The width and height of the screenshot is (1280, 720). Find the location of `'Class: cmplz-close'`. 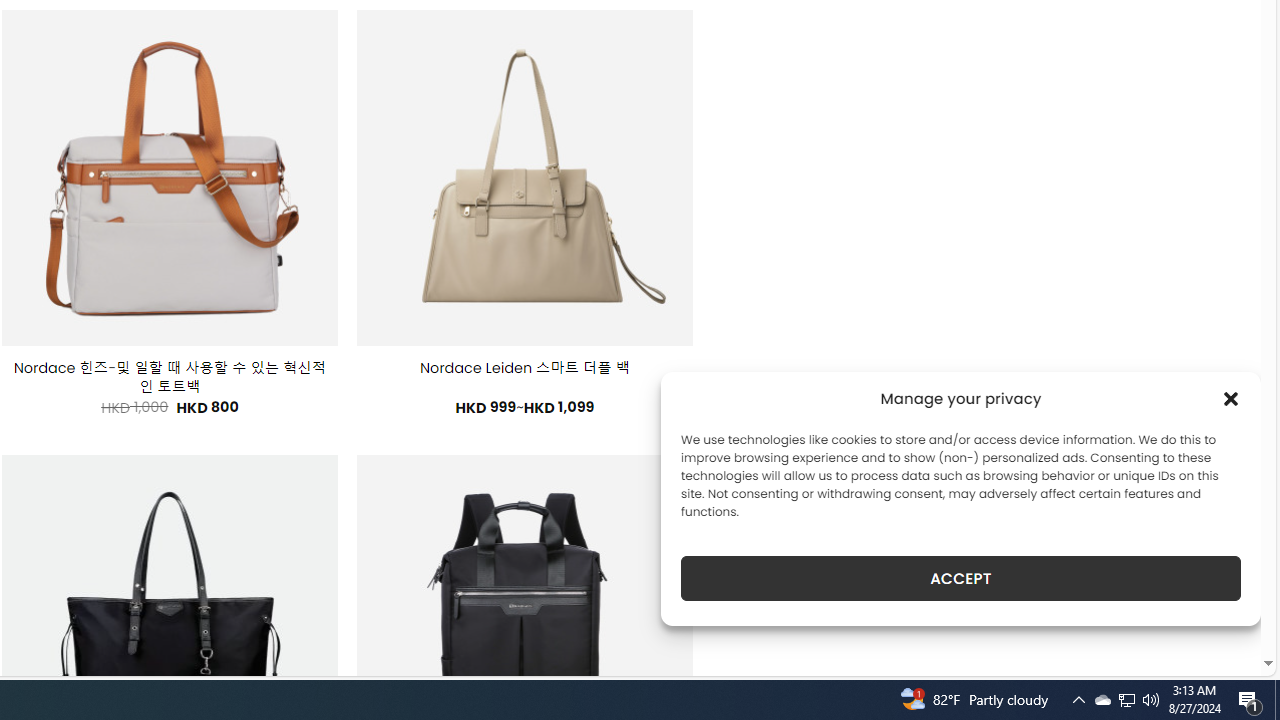

'Class: cmplz-close' is located at coordinates (1230, 398).